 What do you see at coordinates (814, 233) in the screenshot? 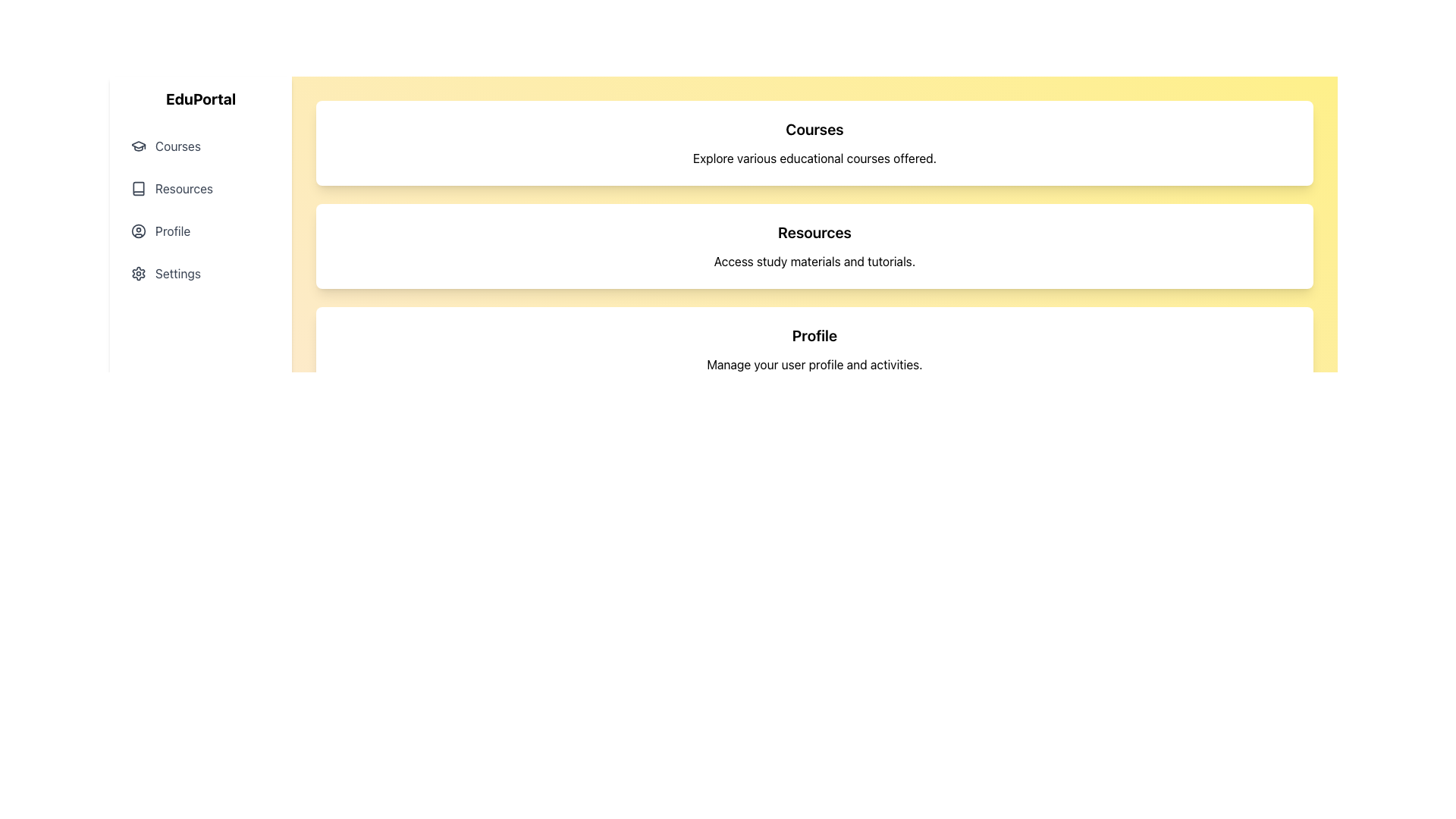
I see `the Text Label that serves as a heading for the resources section, located above the line 'Access study materials and tutorials.'` at bounding box center [814, 233].